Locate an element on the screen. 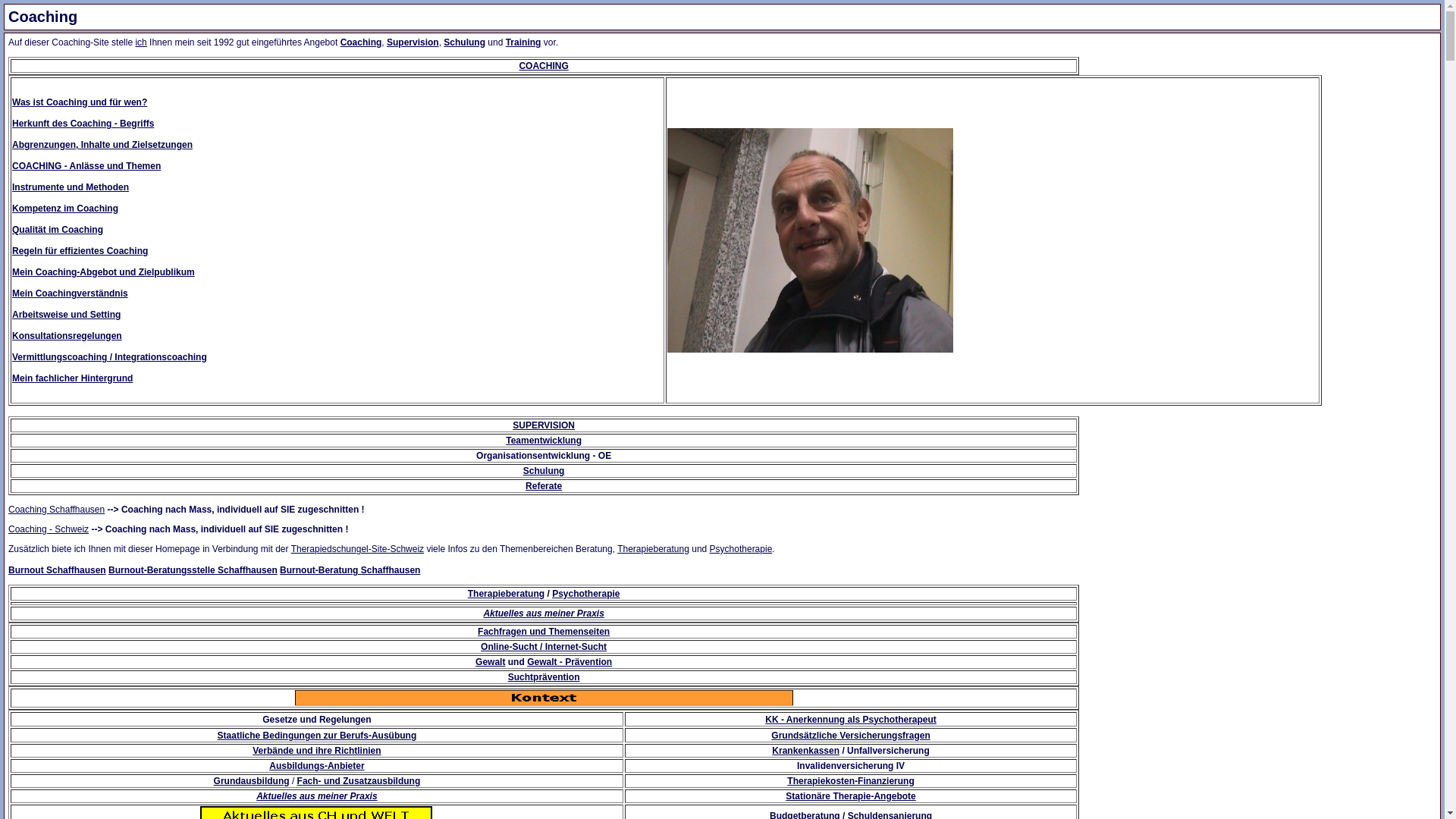 The height and width of the screenshot is (819, 1456). 'Fachfragen und Themenseiten' is located at coordinates (543, 632).